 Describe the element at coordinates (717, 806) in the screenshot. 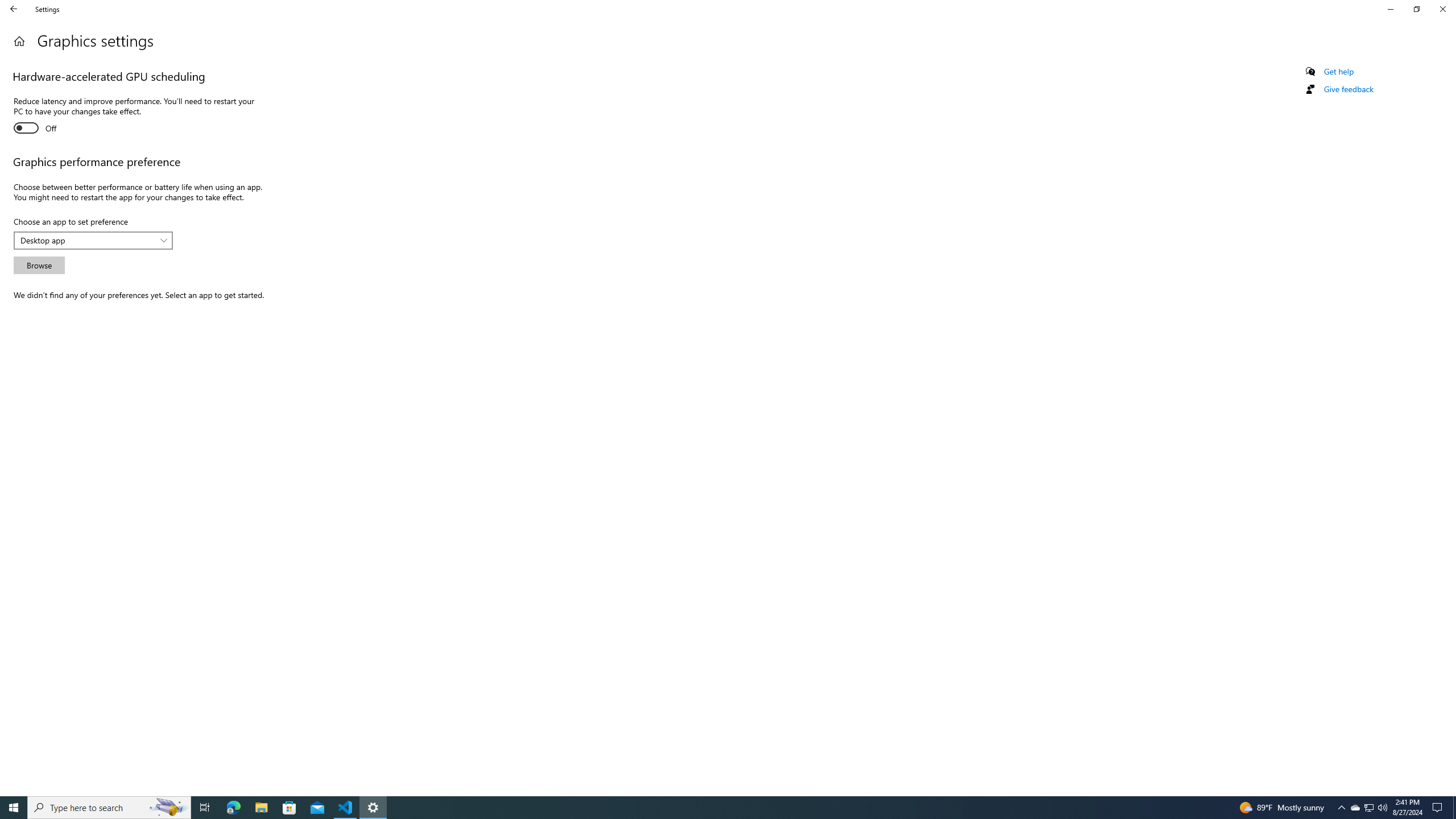

I see `'Running applications'` at that location.